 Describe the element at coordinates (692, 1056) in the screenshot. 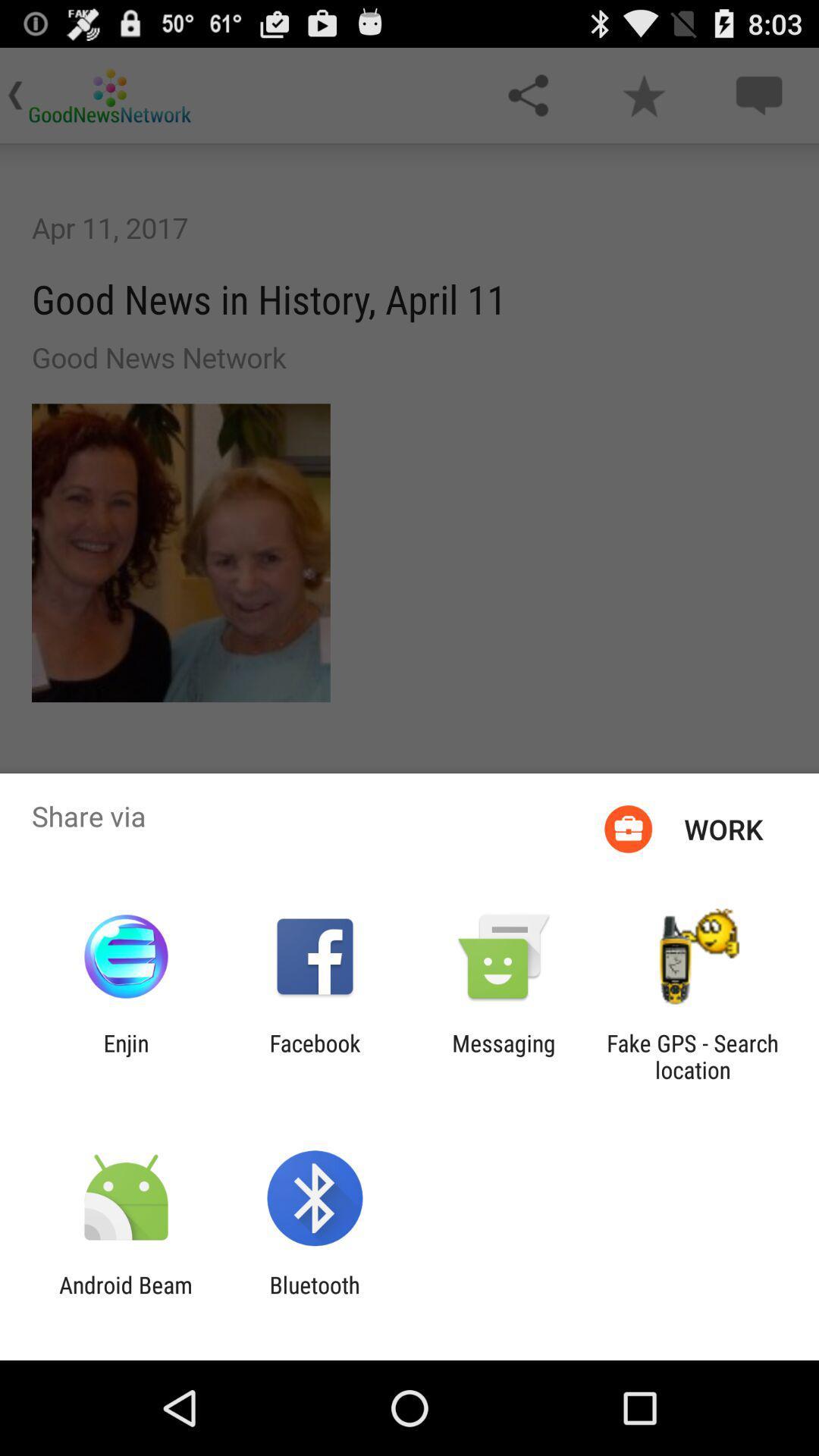

I see `the icon at the bottom right corner` at that location.